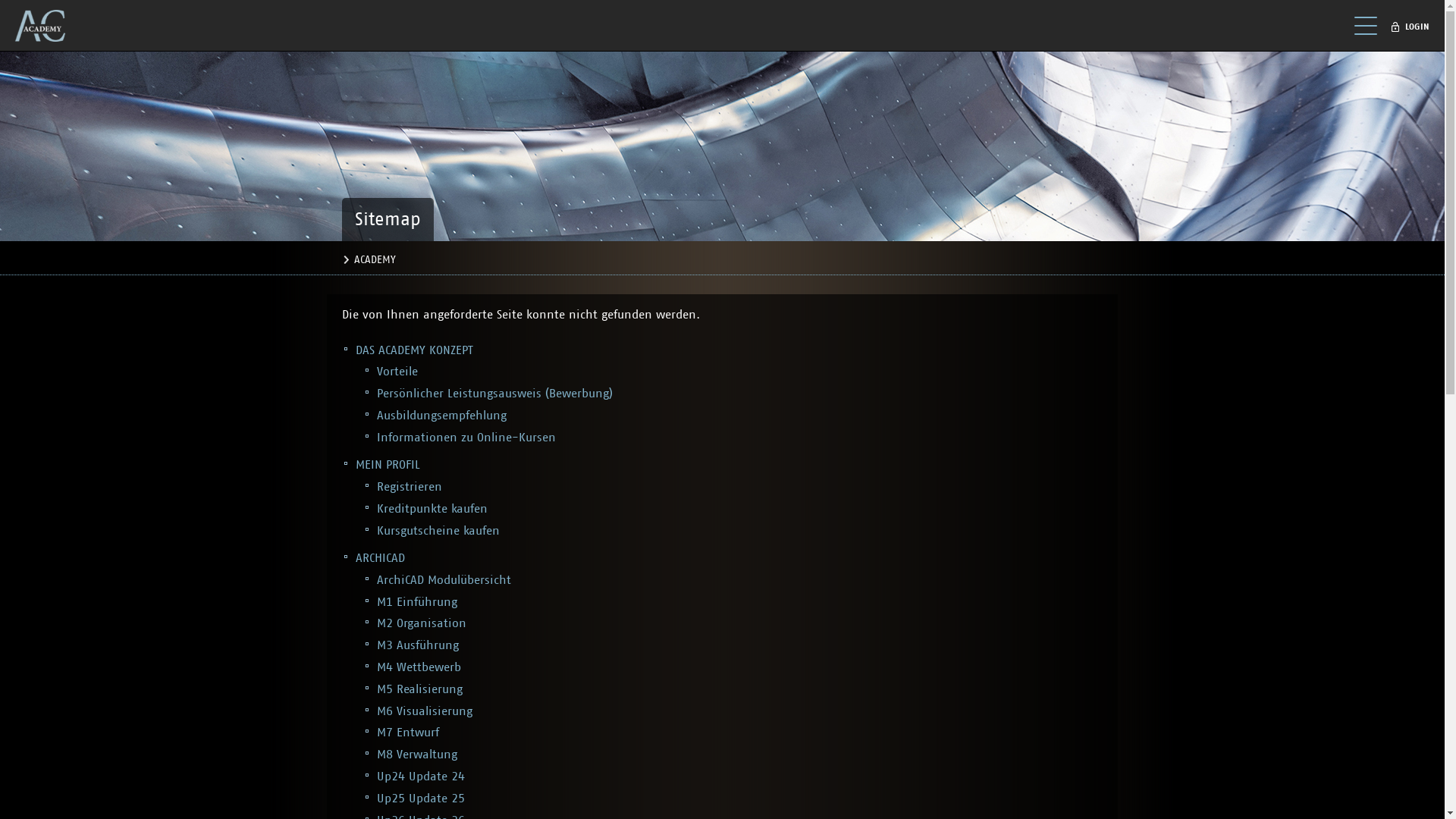 The width and height of the screenshot is (1456, 819). I want to click on 'M2 Organisation', so click(422, 623).